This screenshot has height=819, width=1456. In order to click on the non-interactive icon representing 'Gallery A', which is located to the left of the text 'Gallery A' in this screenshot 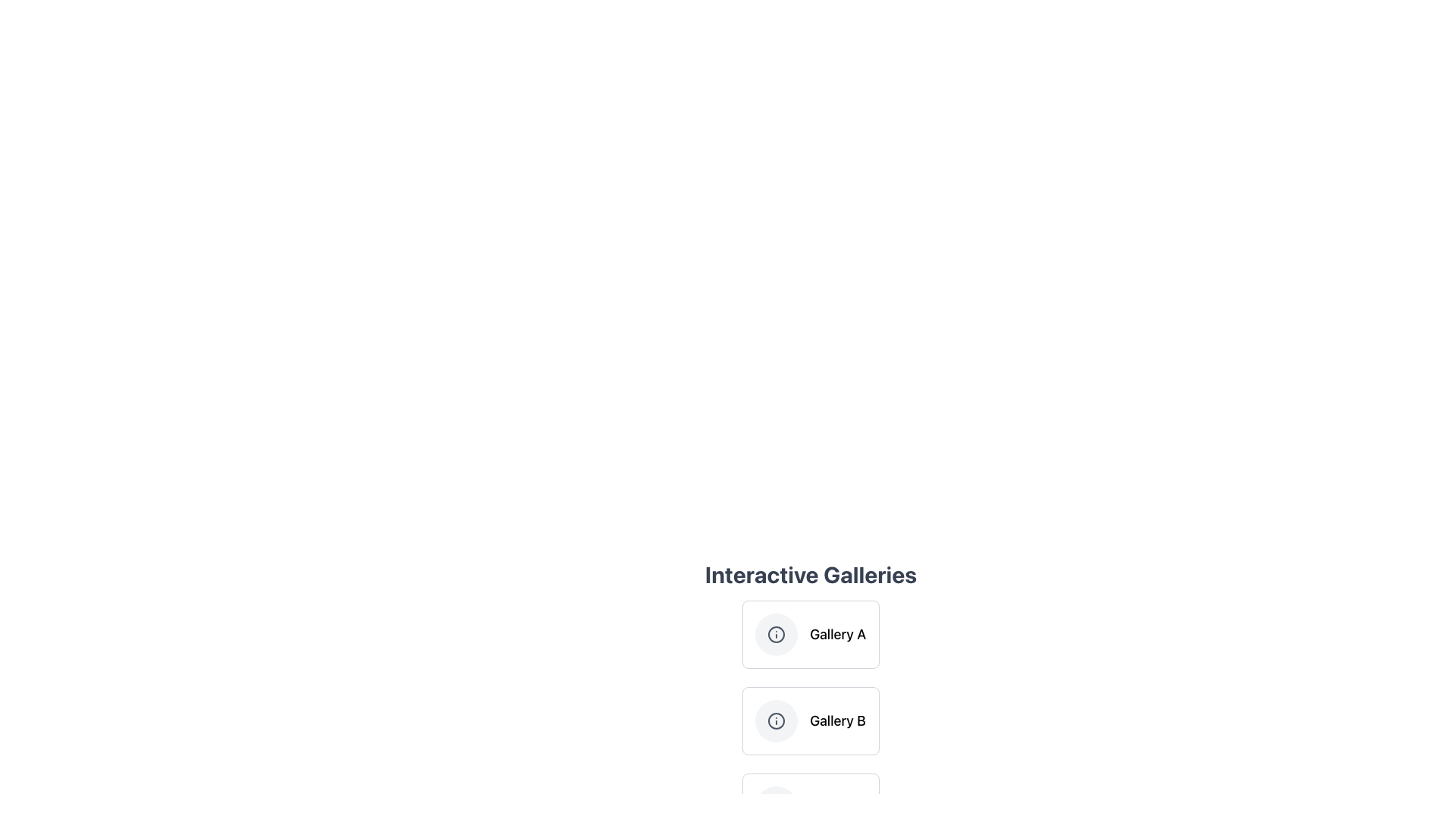, I will do `click(777, 635)`.